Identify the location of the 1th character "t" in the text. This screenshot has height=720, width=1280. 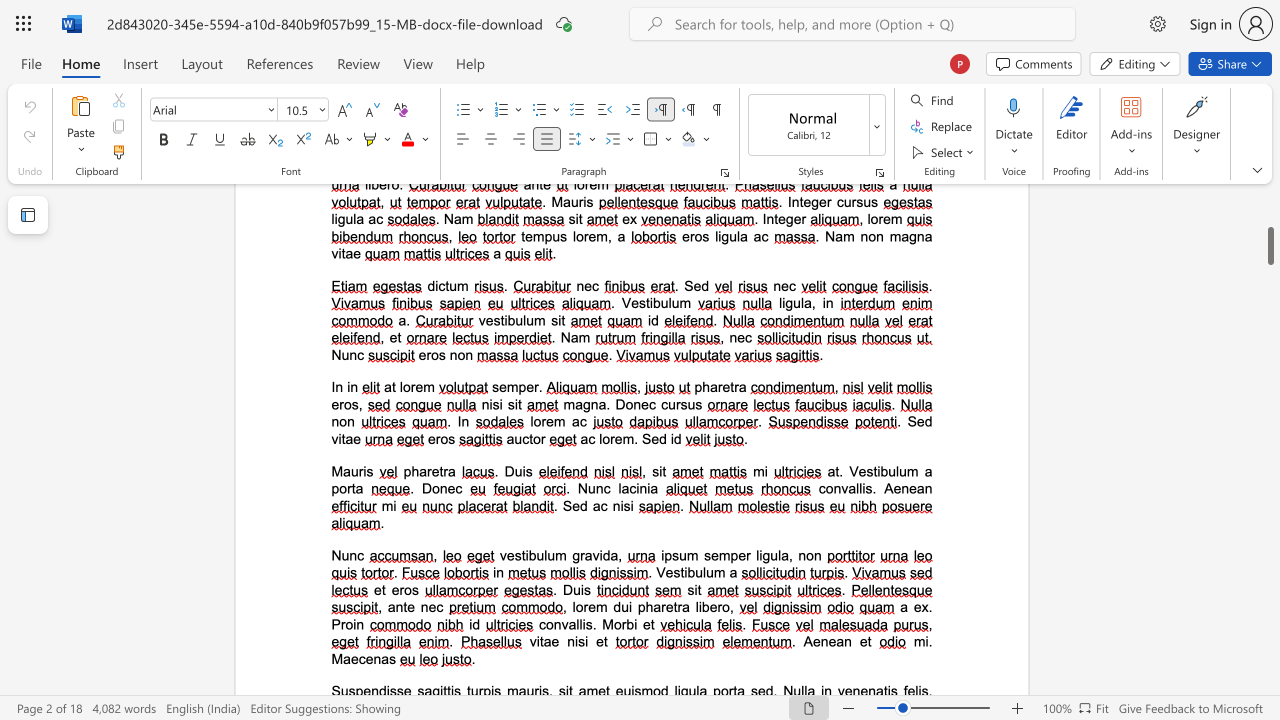
(682, 572).